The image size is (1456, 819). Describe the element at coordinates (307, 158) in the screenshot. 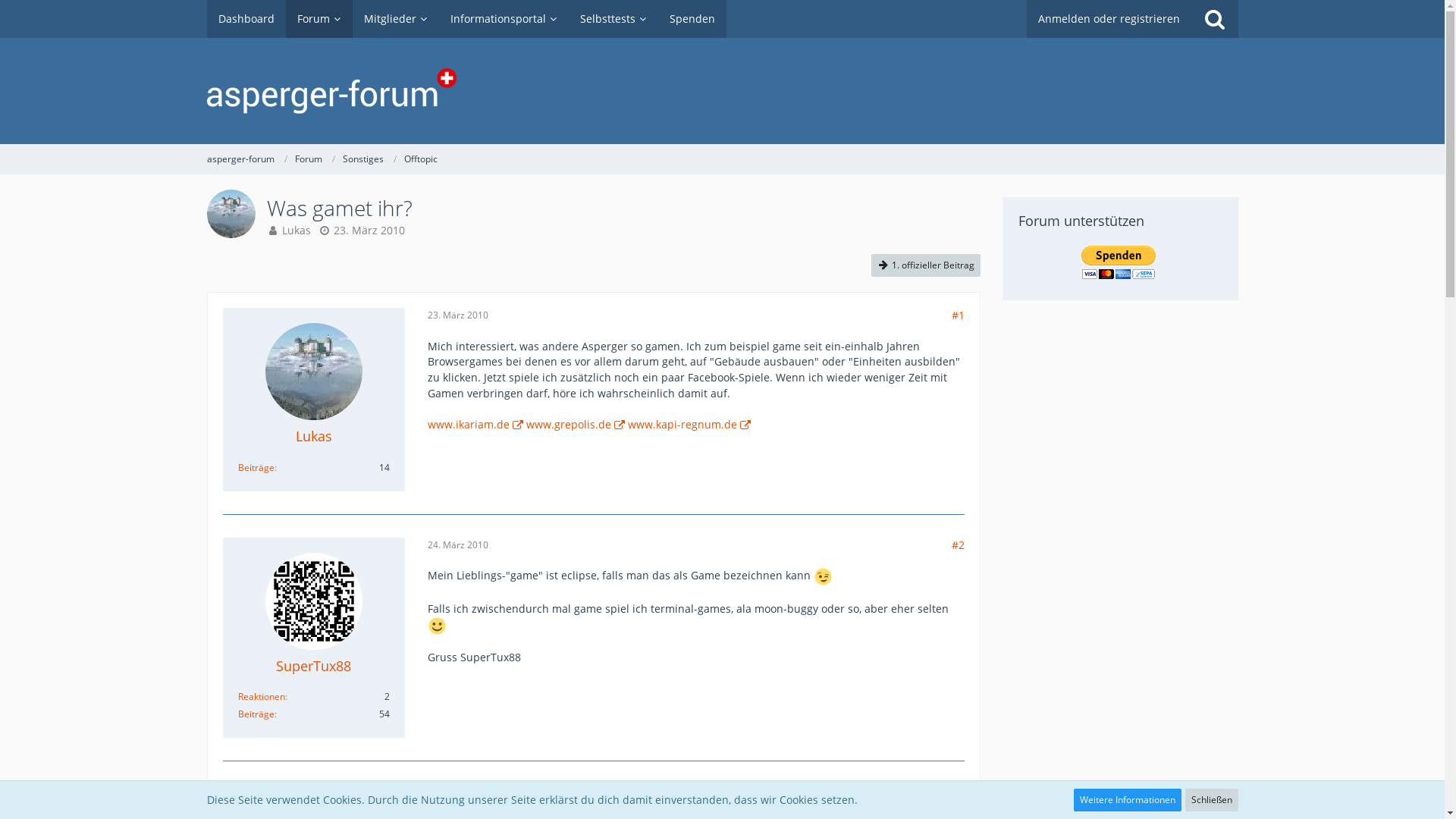

I see `'Forum'` at that location.